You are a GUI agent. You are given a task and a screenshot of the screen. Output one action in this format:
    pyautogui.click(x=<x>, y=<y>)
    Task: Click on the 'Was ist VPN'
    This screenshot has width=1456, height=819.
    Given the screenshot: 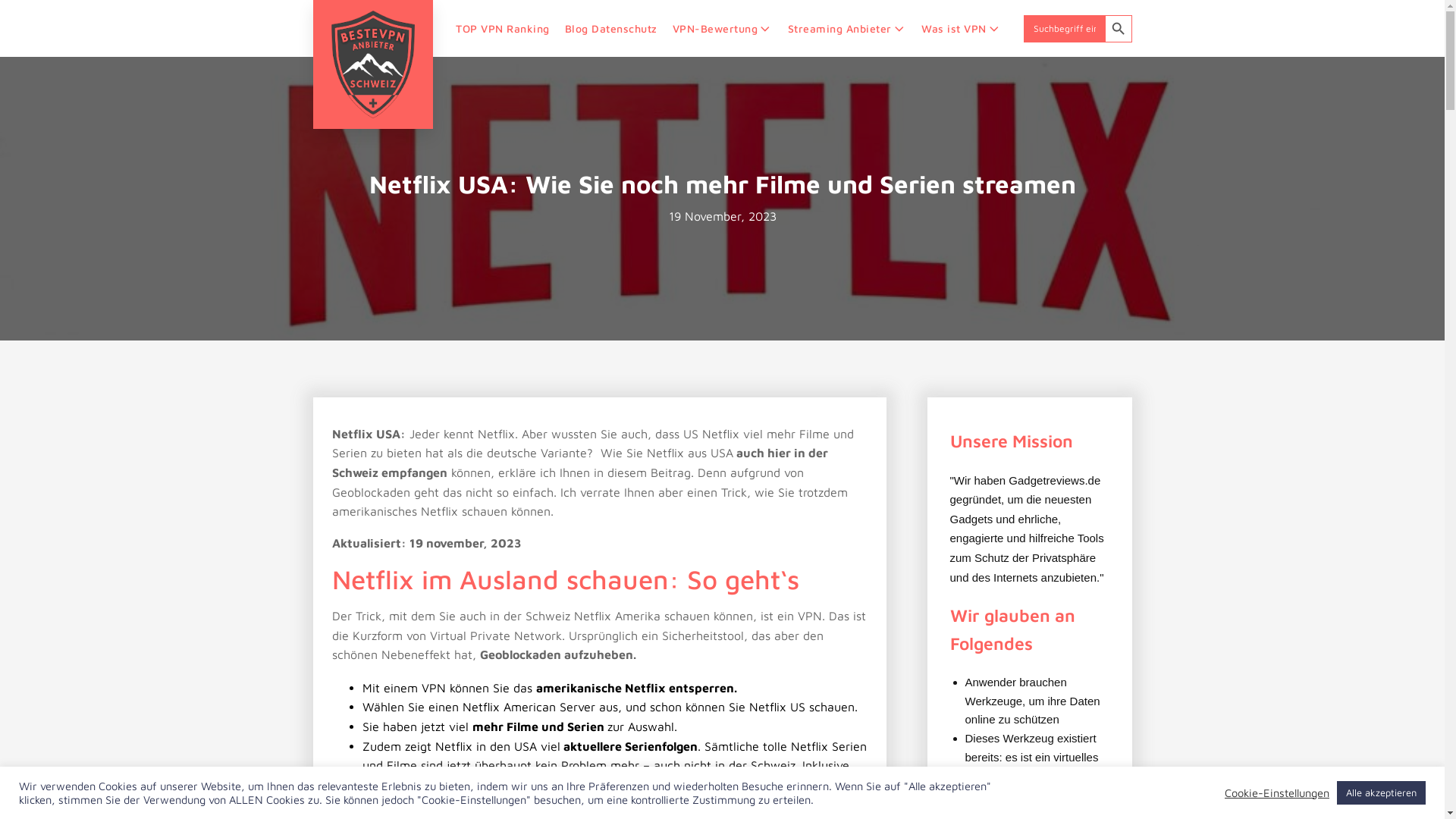 What is the action you would take?
    pyautogui.click(x=912, y=29)
    